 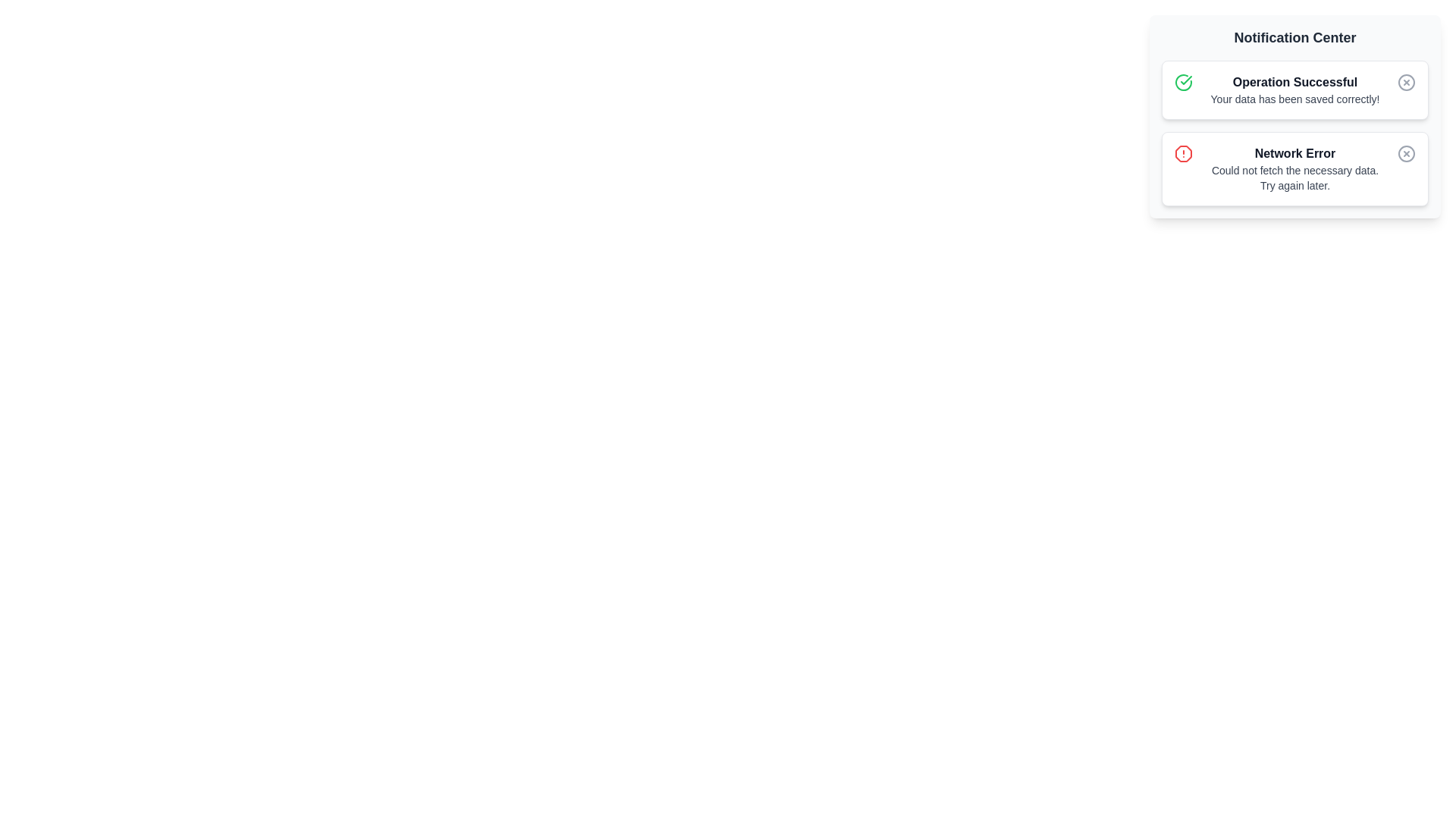 What do you see at coordinates (1182, 154) in the screenshot?
I see `the error state icon located in the 'Network Error' notification in the notification center, positioned to the far left of the notification box` at bounding box center [1182, 154].